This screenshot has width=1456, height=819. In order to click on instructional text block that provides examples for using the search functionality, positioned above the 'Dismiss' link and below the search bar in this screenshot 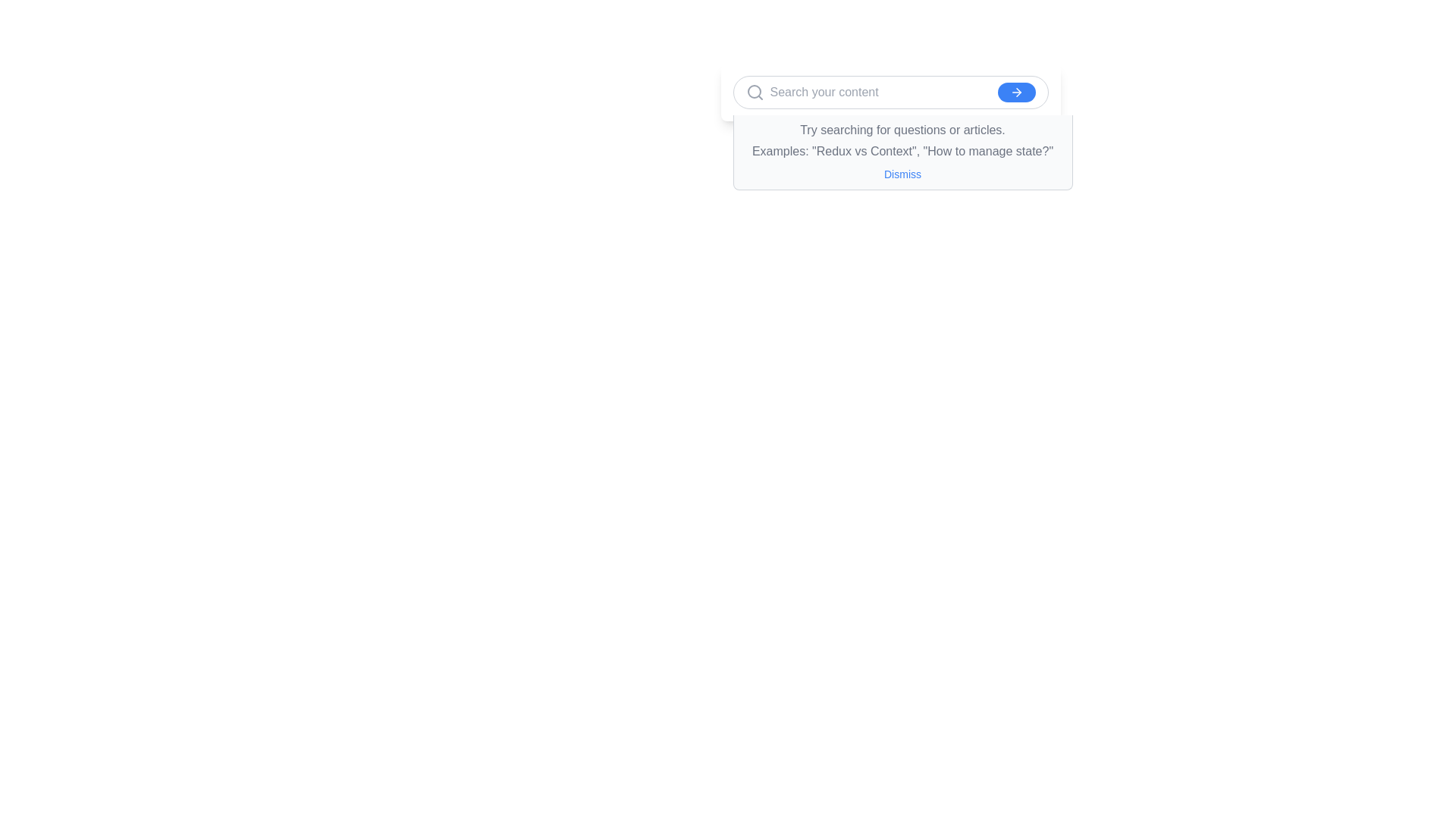, I will do `click(902, 140)`.